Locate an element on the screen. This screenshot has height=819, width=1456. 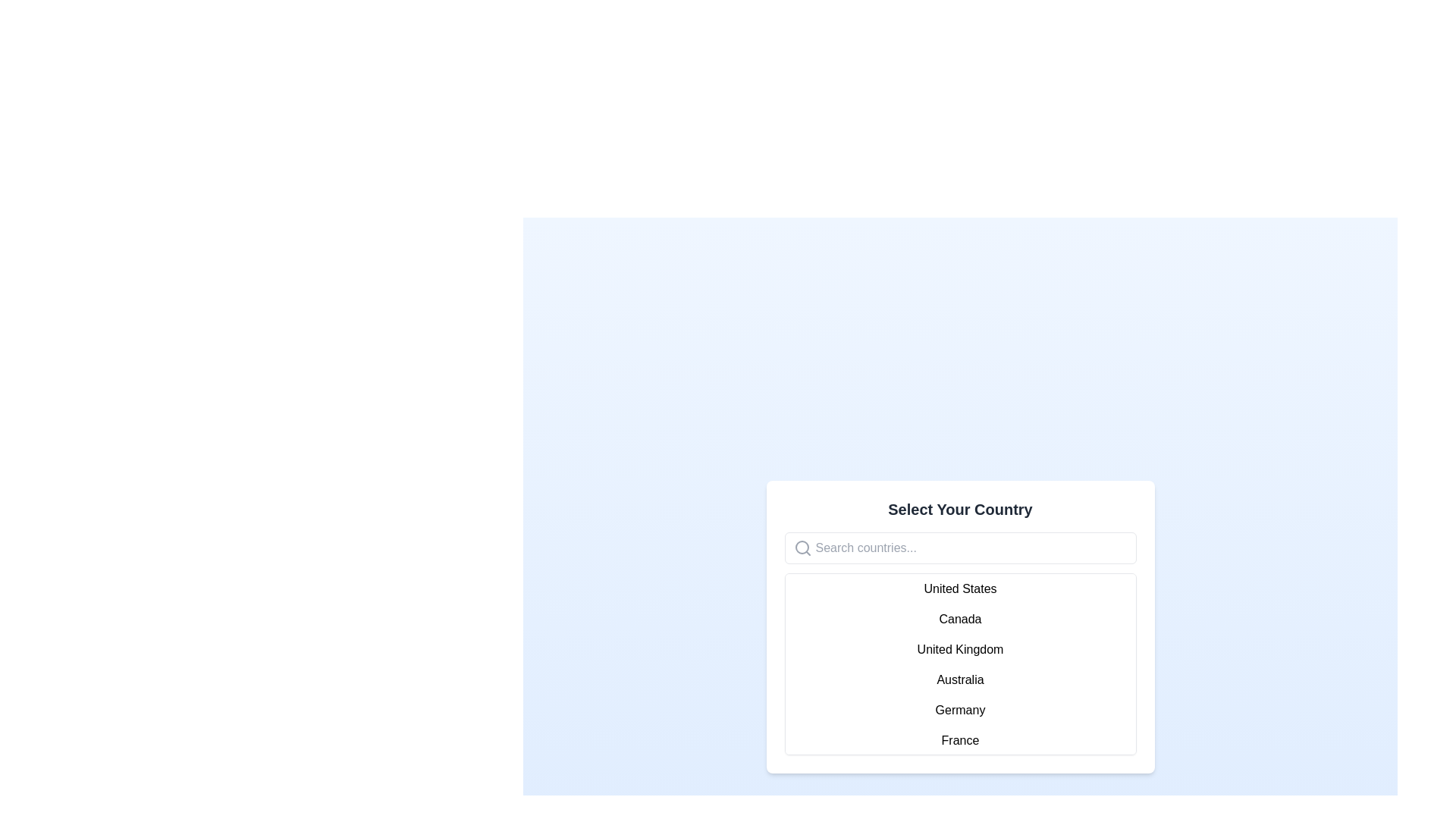
the list item displaying 'Canada' in the dropdown menu is located at coordinates (959, 626).